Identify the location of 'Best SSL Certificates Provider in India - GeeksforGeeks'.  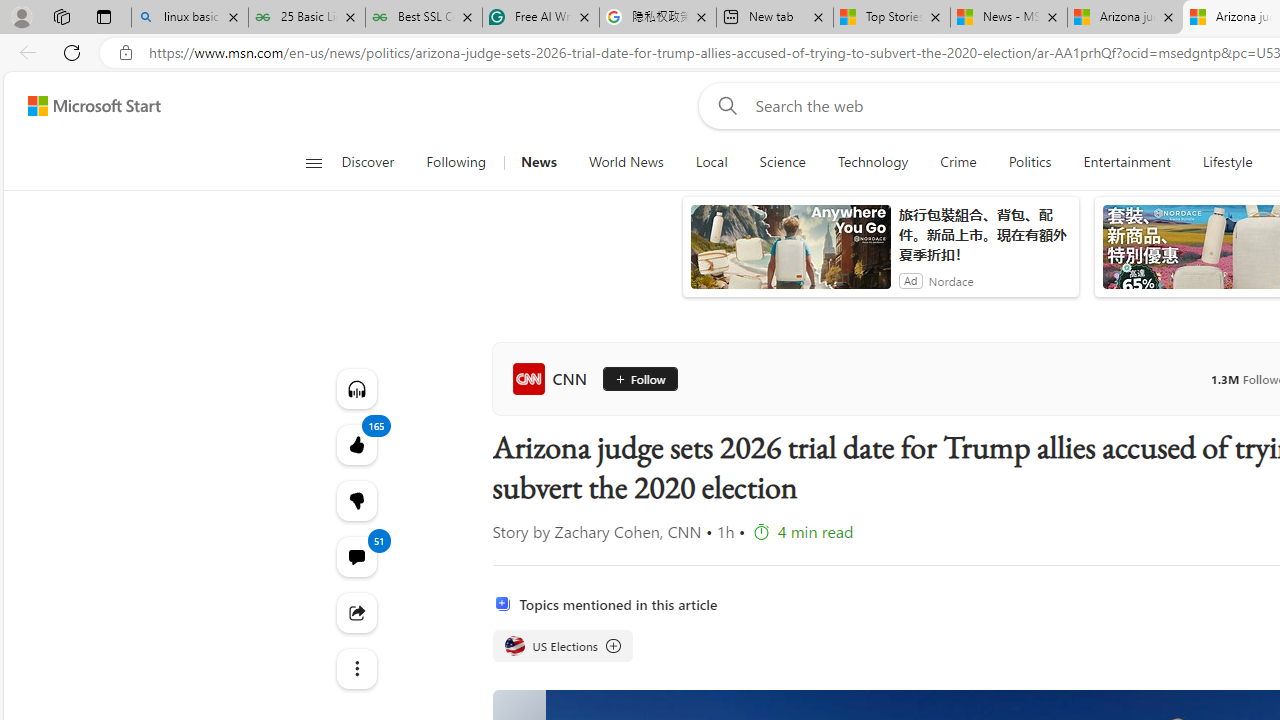
(423, 17).